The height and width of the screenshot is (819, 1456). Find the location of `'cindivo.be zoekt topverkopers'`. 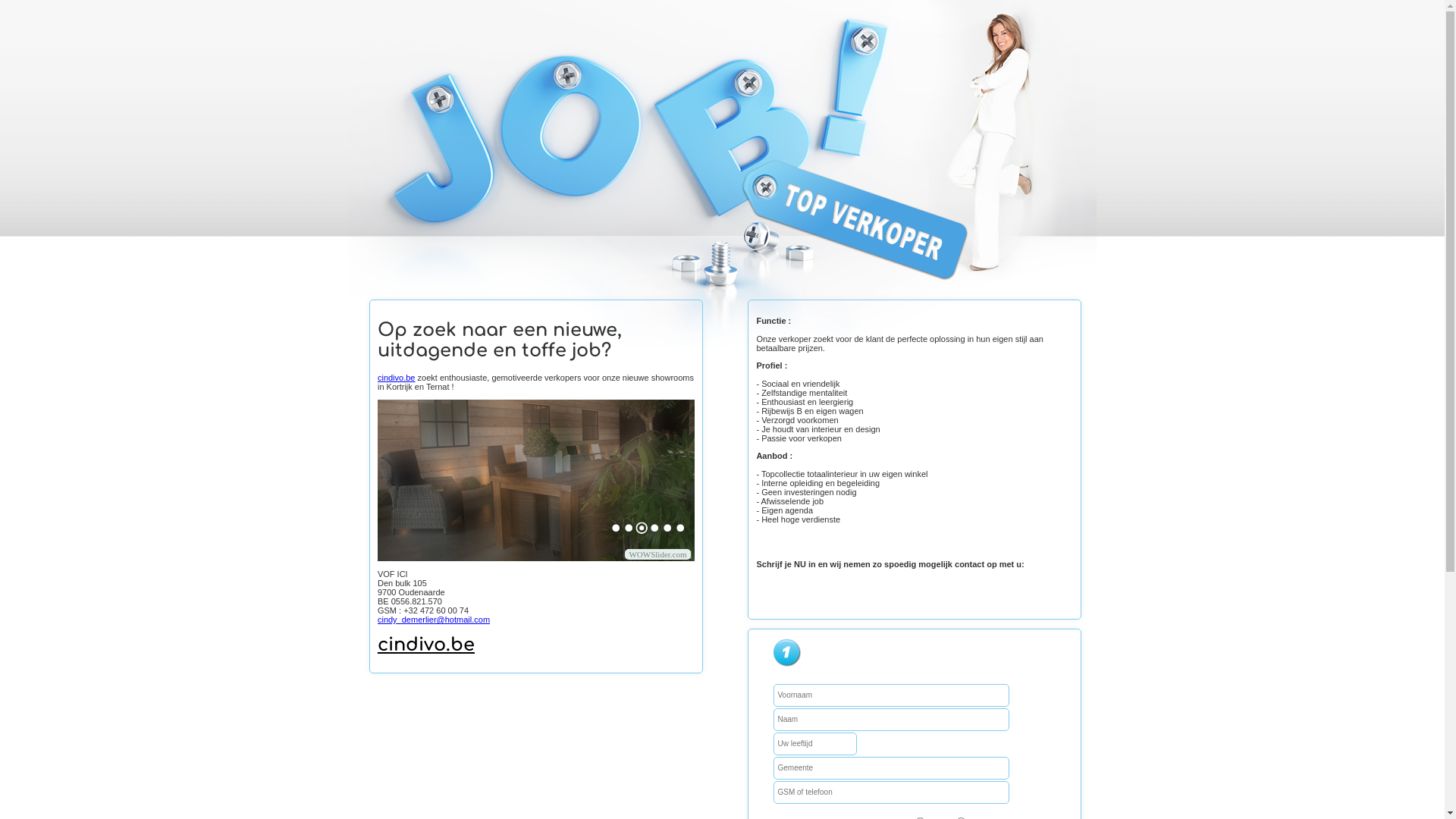

'cindivo.be zoekt topverkopers' is located at coordinates (535, 480).